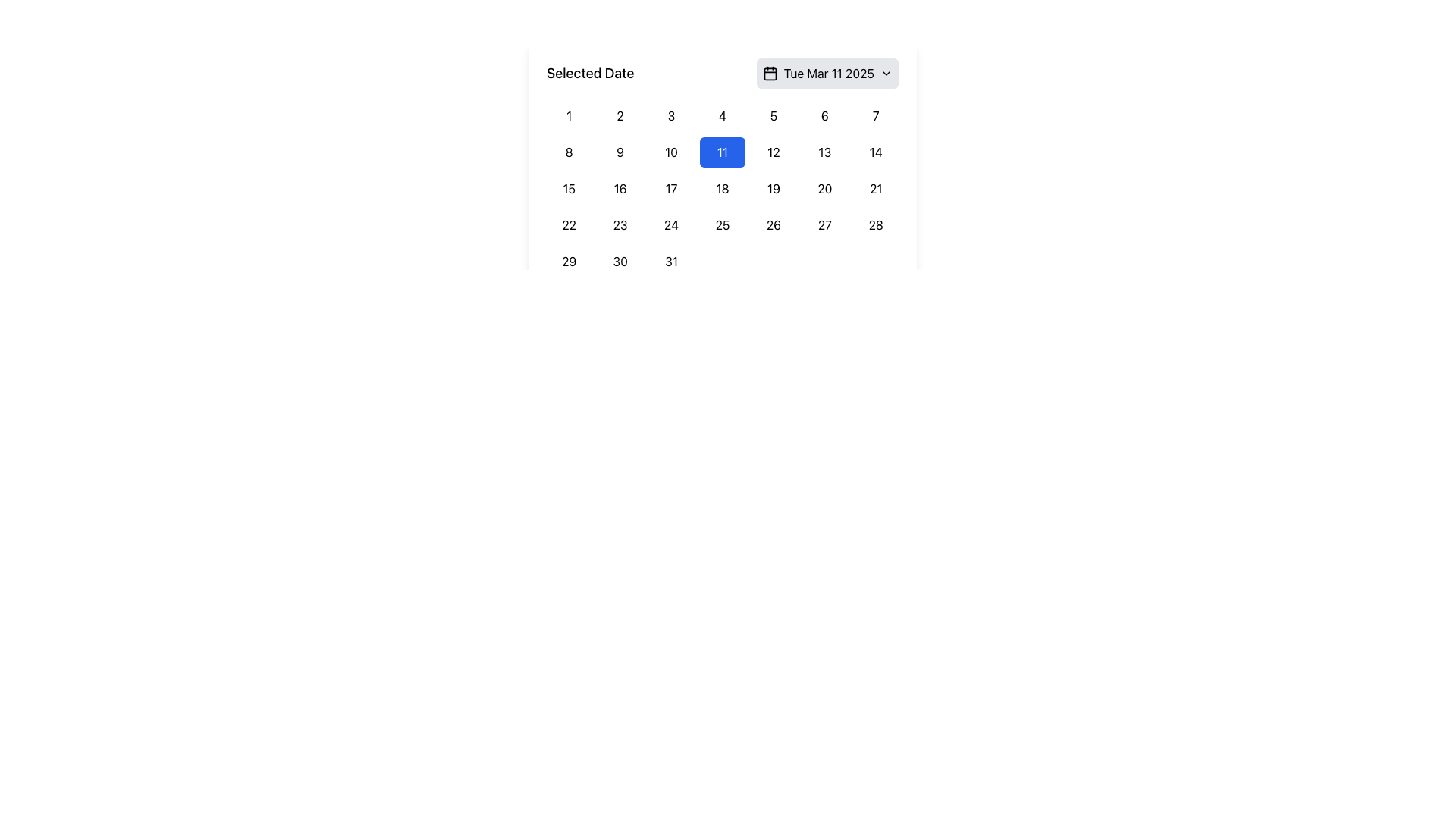 This screenshot has height=819, width=1456. Describe the element at coordinates (824, 225) in the screenshot. I see `the rectangular button displaying the number '27' in black text` at that location.